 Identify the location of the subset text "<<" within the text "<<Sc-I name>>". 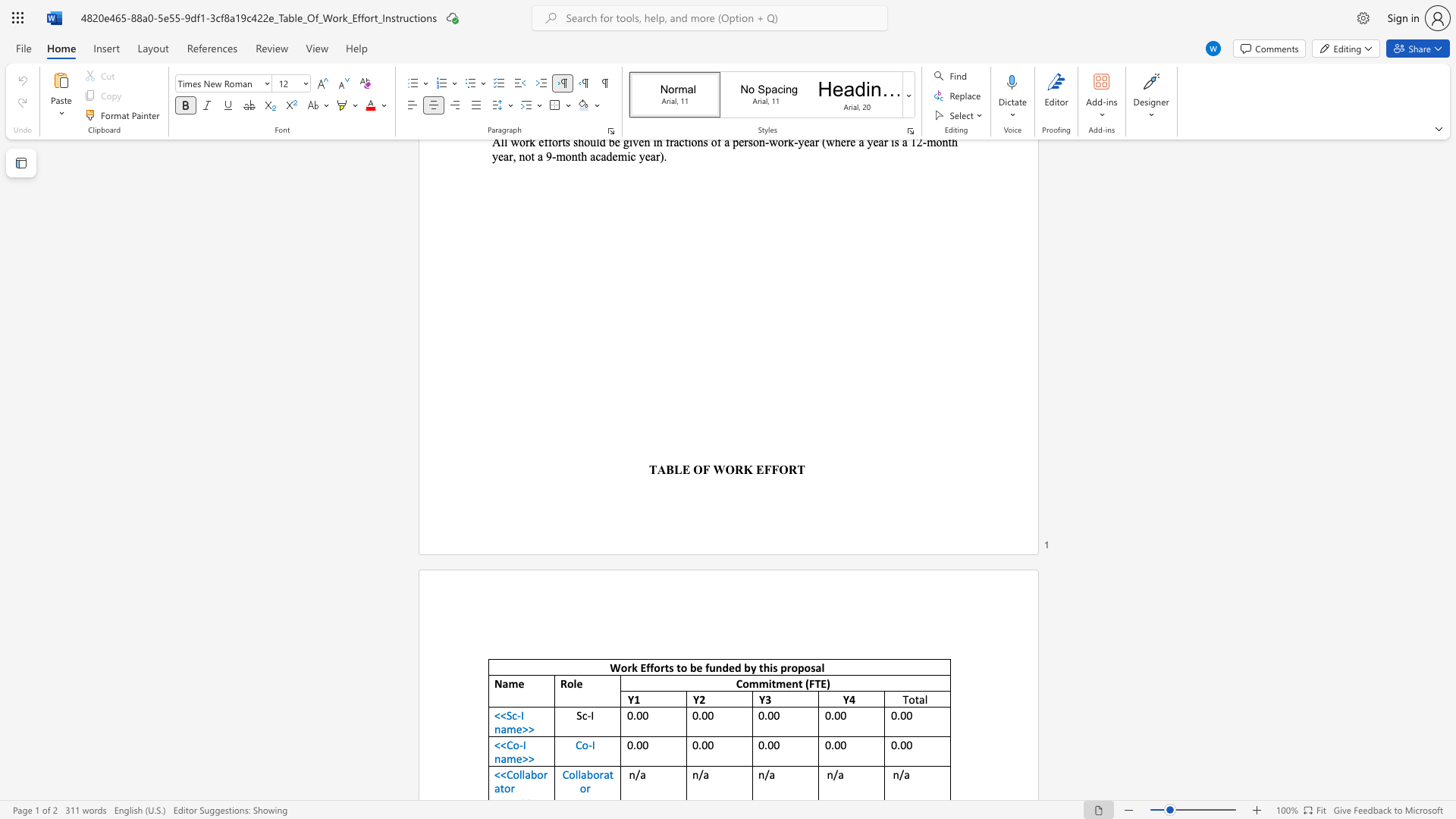
(494, 715).